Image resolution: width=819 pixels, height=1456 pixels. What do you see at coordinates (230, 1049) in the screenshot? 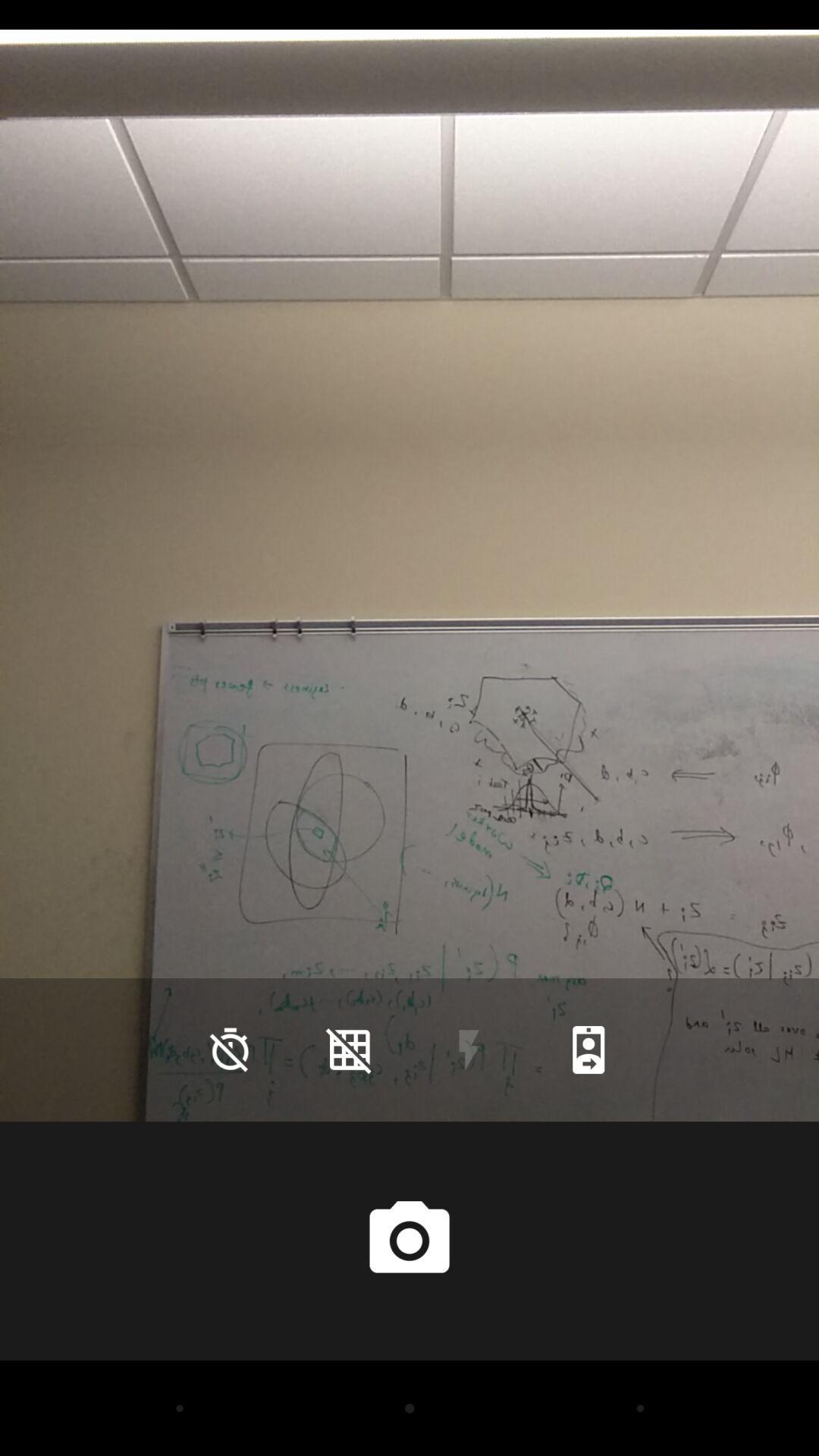
I see `the time icon` at bounding box center [230, 1049].